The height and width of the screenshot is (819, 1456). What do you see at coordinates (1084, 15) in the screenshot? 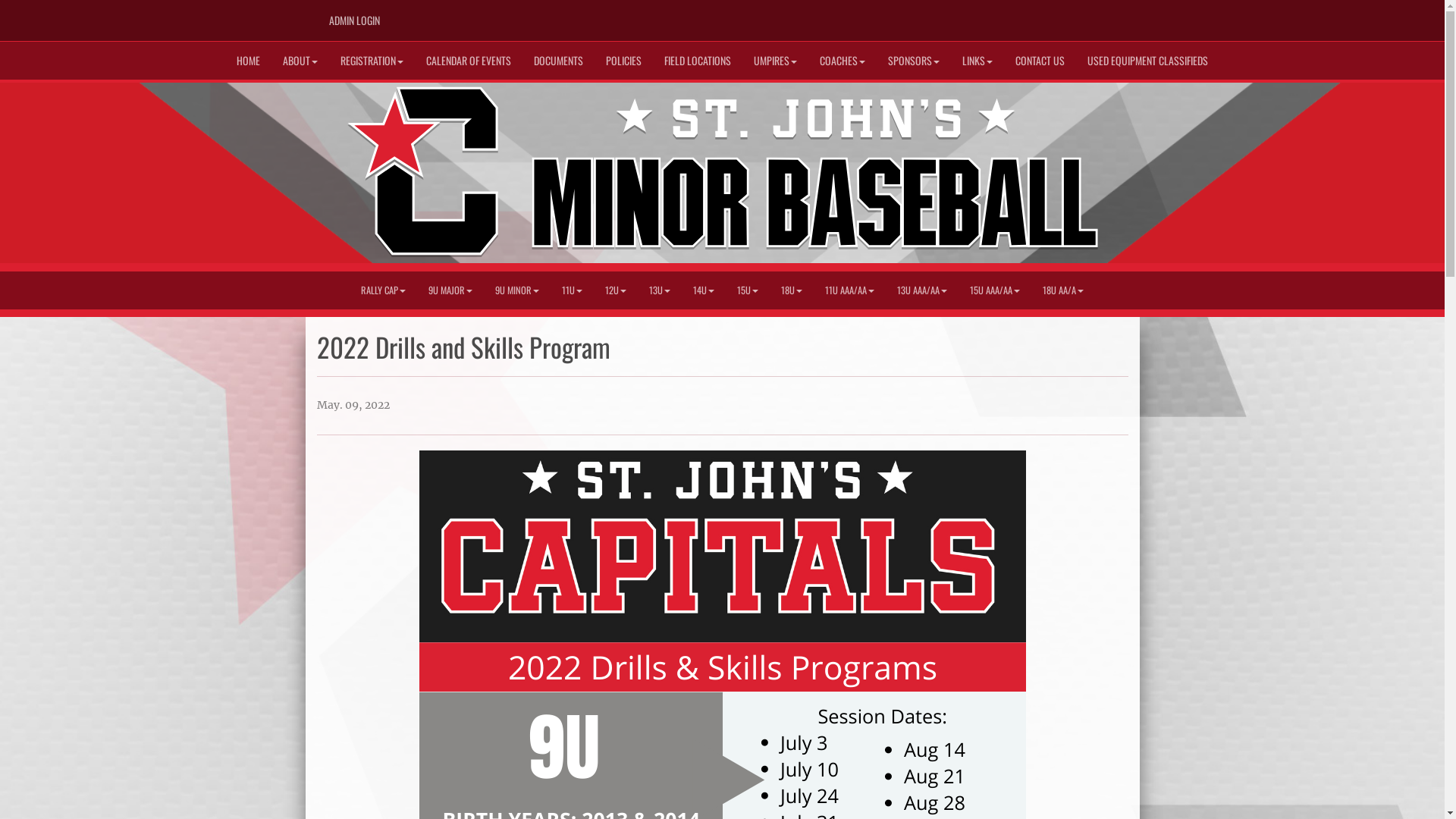
I see `'Twitter'` at bounding box center [1084, 15].